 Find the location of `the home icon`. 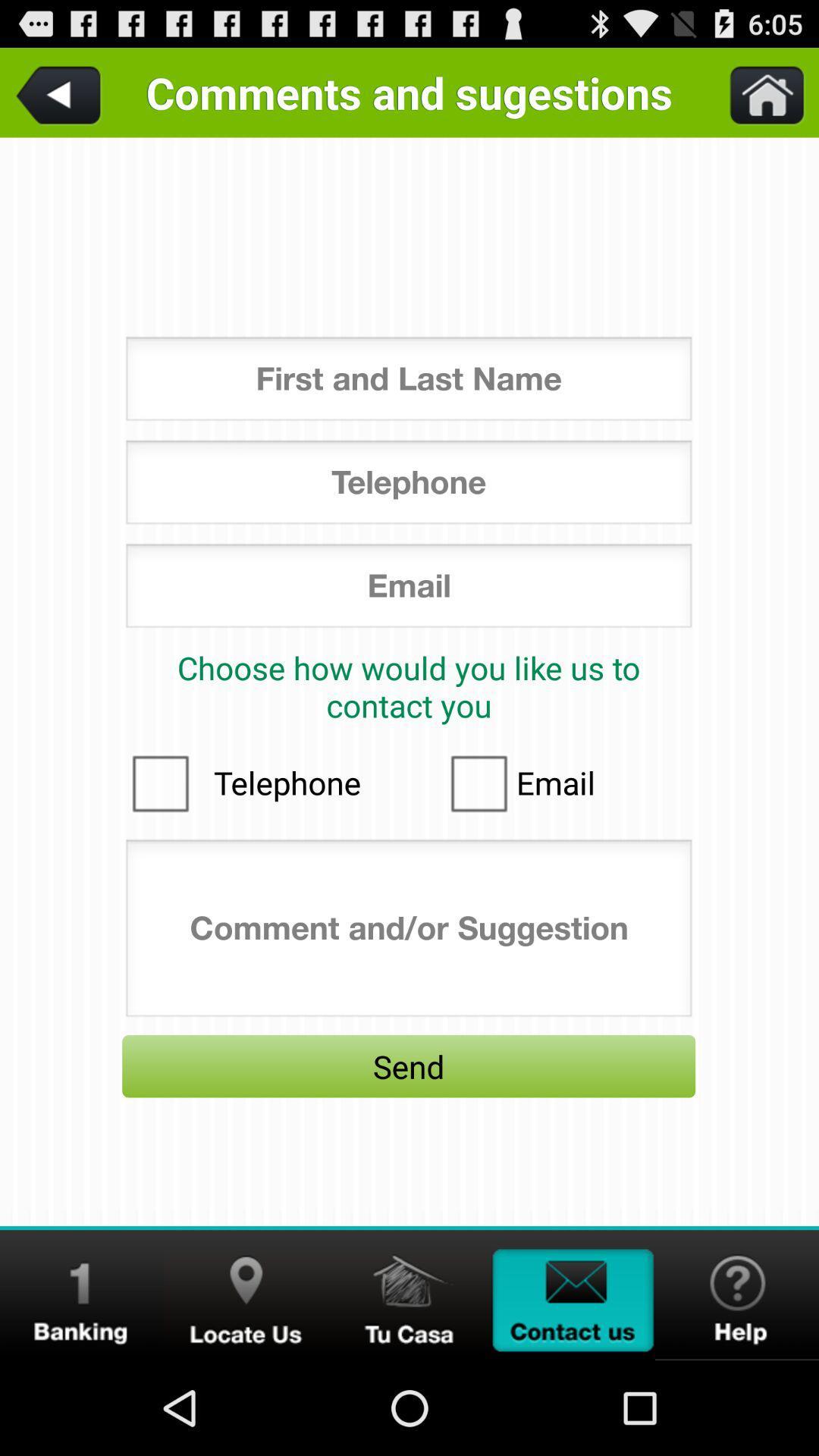

the home icon is located at coordinates (758, 98).